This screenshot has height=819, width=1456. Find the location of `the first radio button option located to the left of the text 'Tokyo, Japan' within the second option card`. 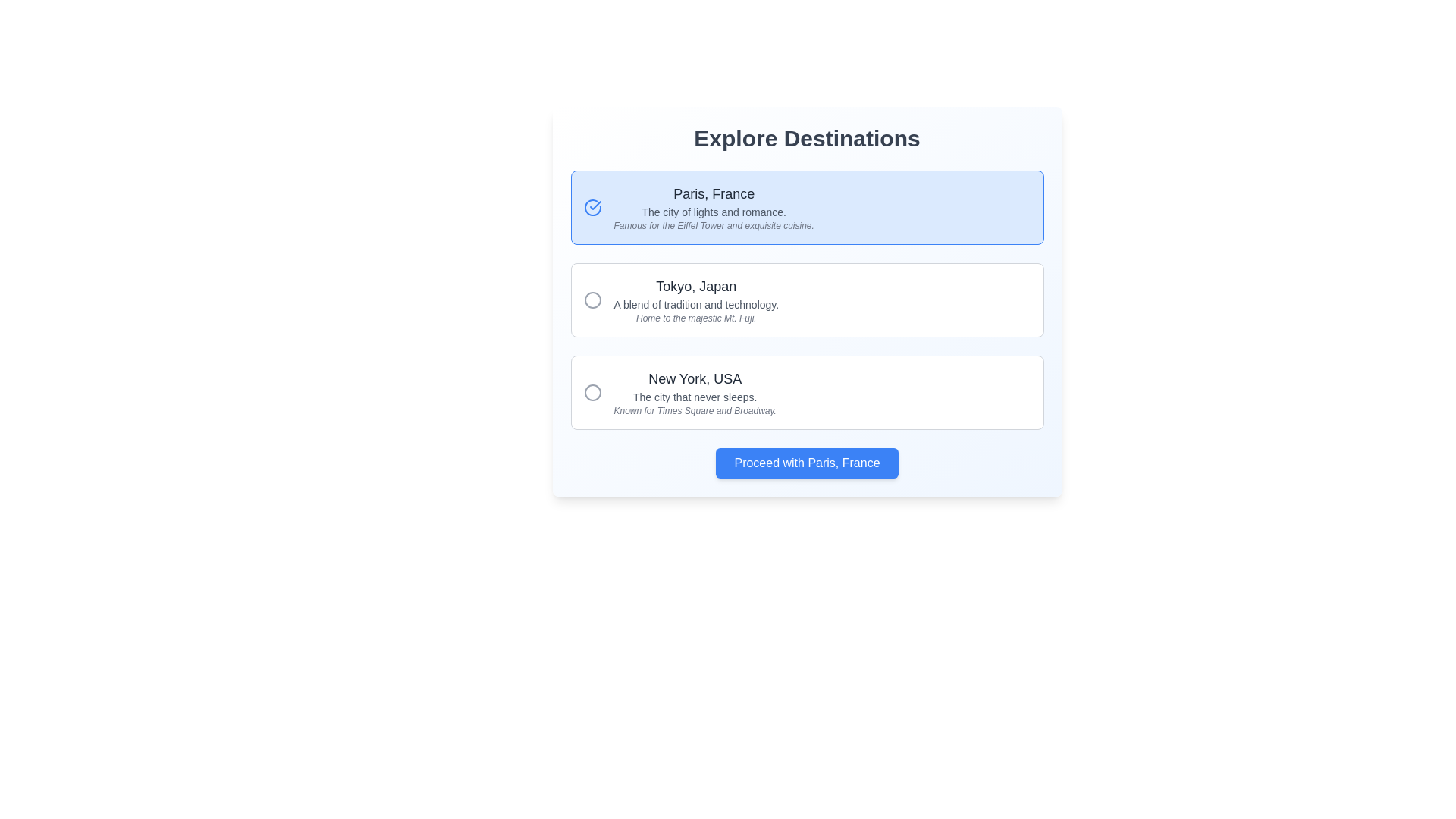

the first radio button option located to the left of the text 'Tokyo, Japan' within the second option card is located at coordinates (591, 300).